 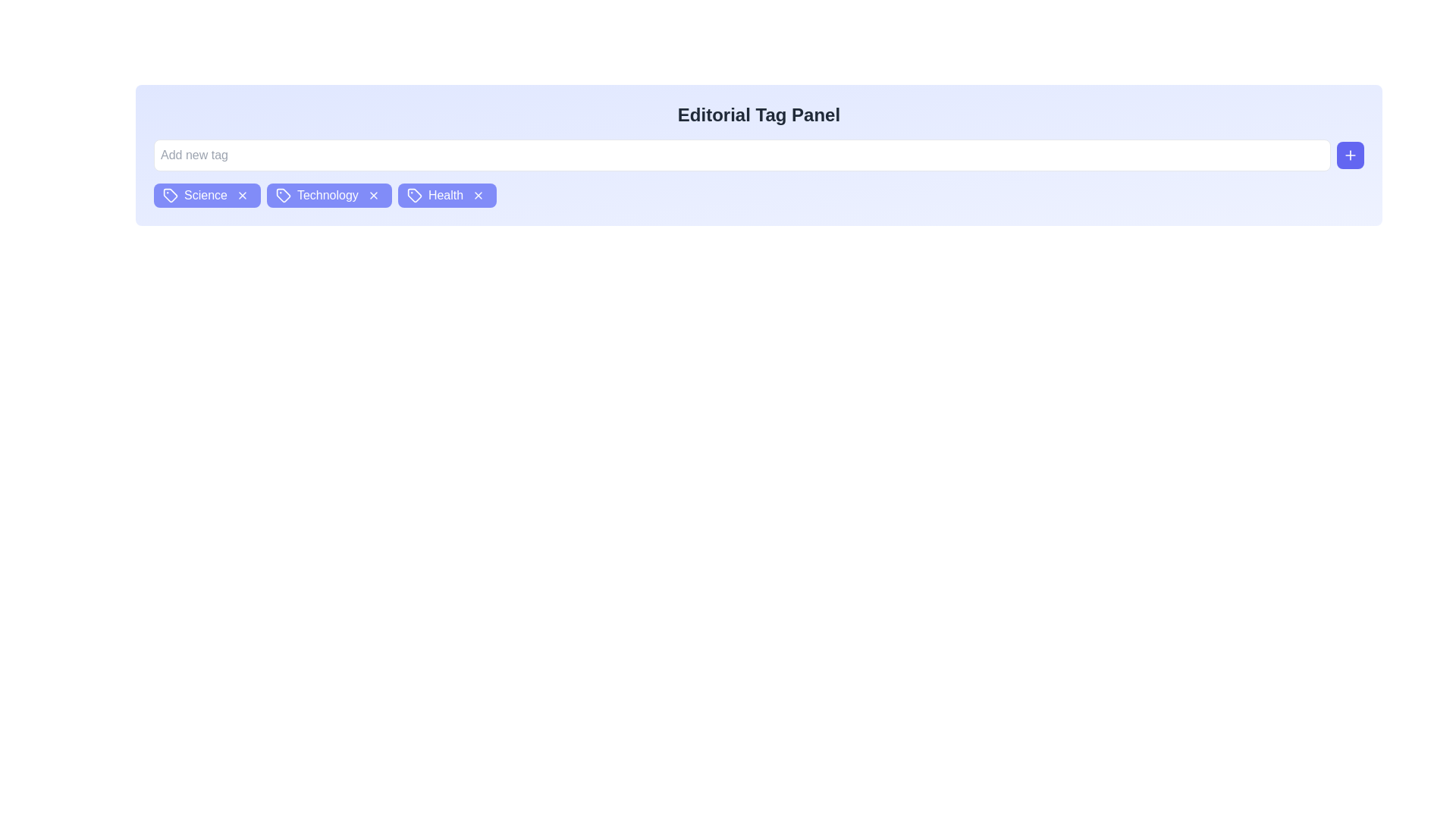 I want to click on the 'Health' tag, so click(x=445, y=195).